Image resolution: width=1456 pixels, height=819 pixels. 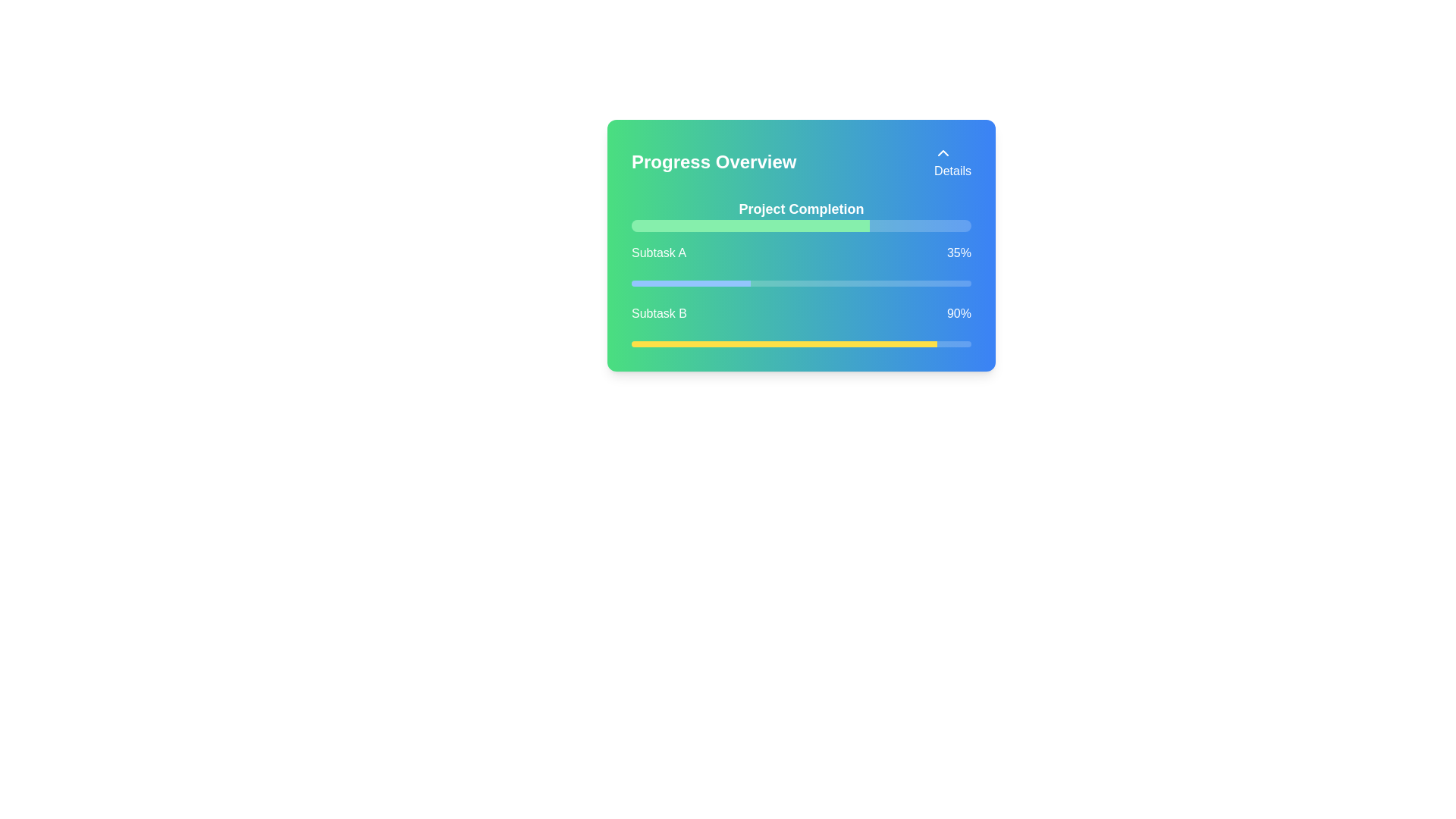 What do you see at coordinates (943, 152) in the screenshot?
I see `the Chevron icon located at the top-right corner of the 'Progress Overview' card` at bounding box center [943, 152].